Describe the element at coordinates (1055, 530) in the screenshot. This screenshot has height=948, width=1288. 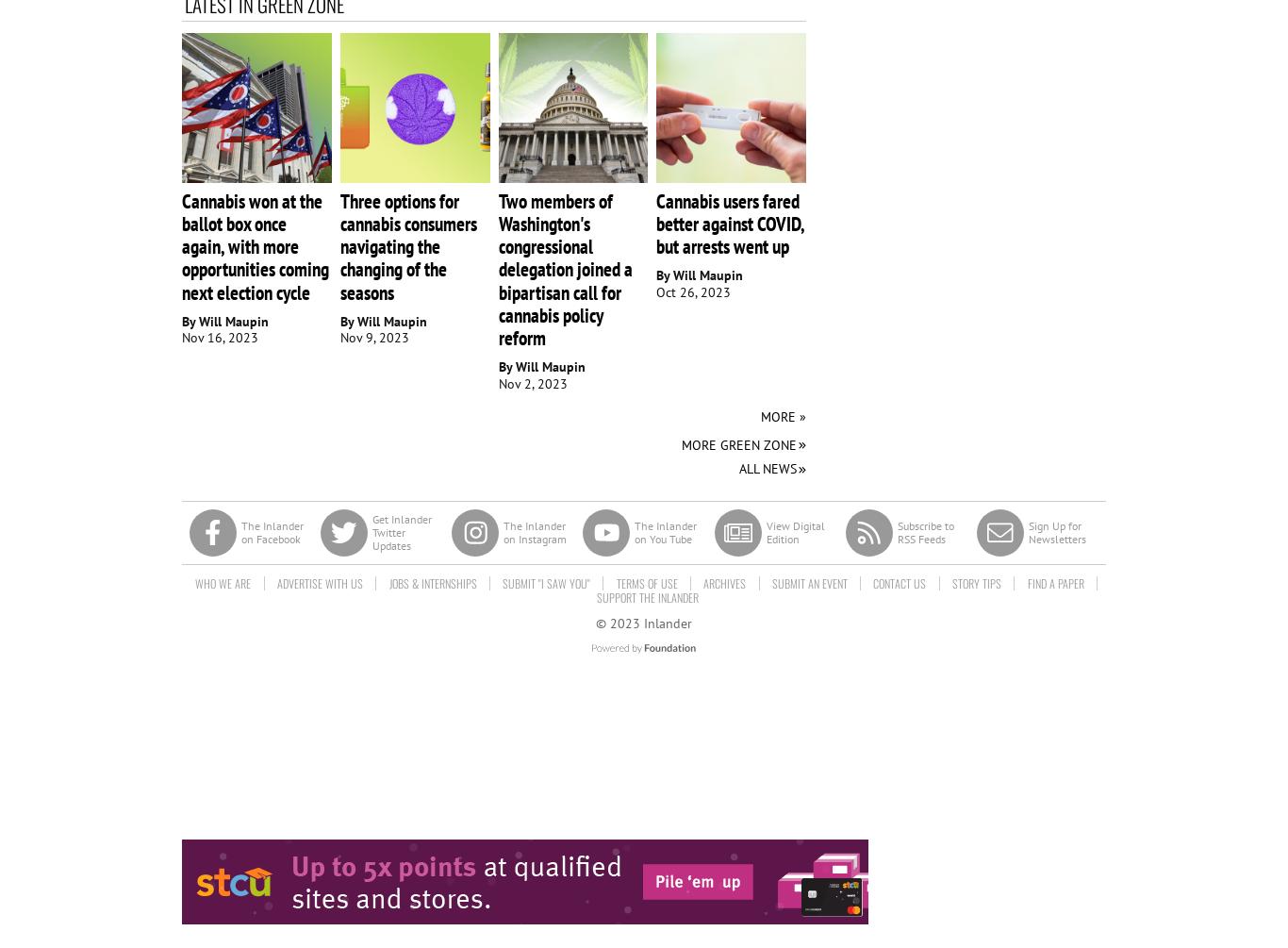
I see `'Sign Up for Newsletters'` at that location.